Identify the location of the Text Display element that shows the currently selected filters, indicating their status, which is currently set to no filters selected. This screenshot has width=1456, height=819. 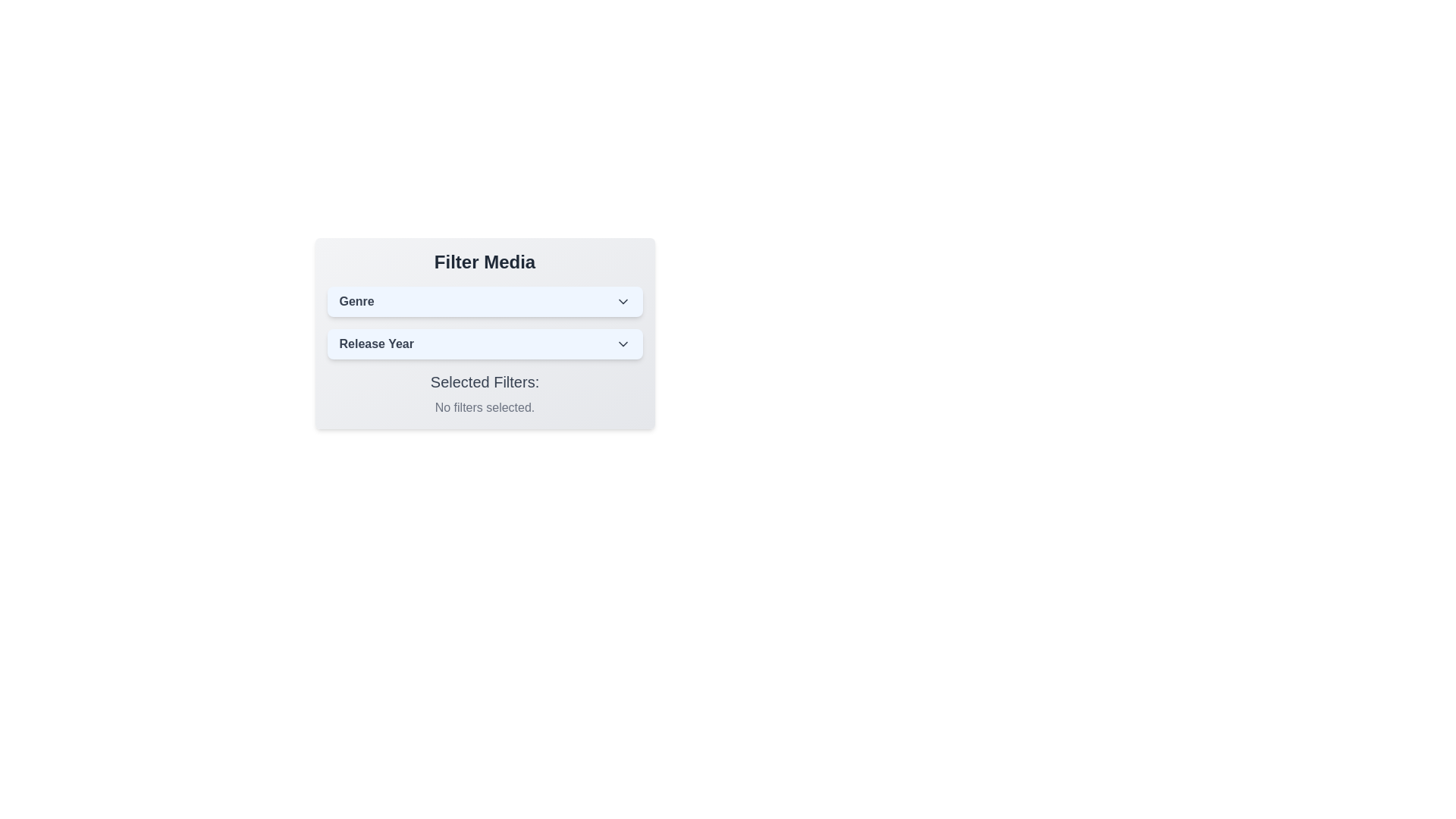
(484, 394).